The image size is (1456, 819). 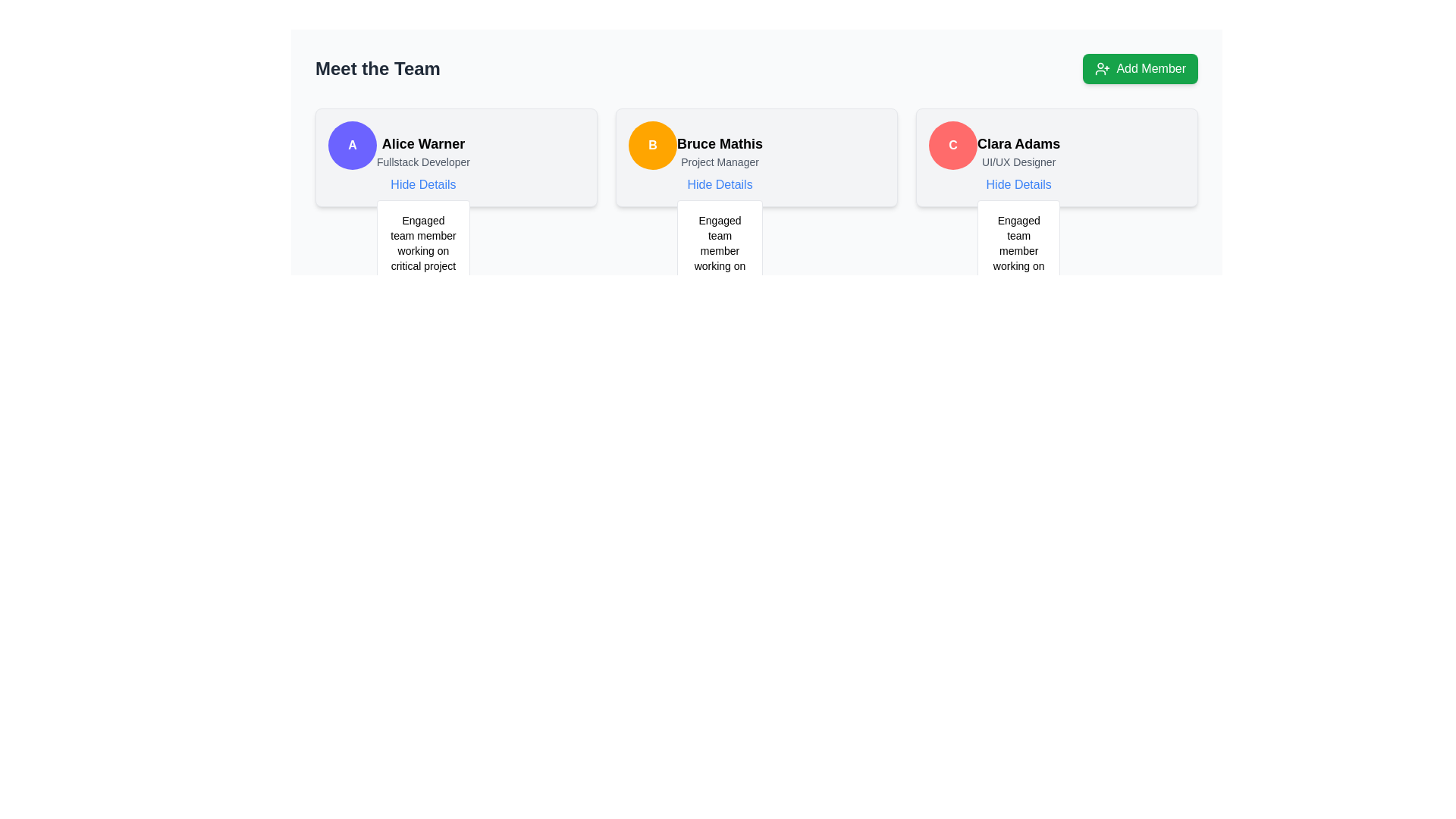 I want to click on content displayed in the text label located below Alice Warner's card in the 'Meet the Team' panel, so click(x=423, y=265).